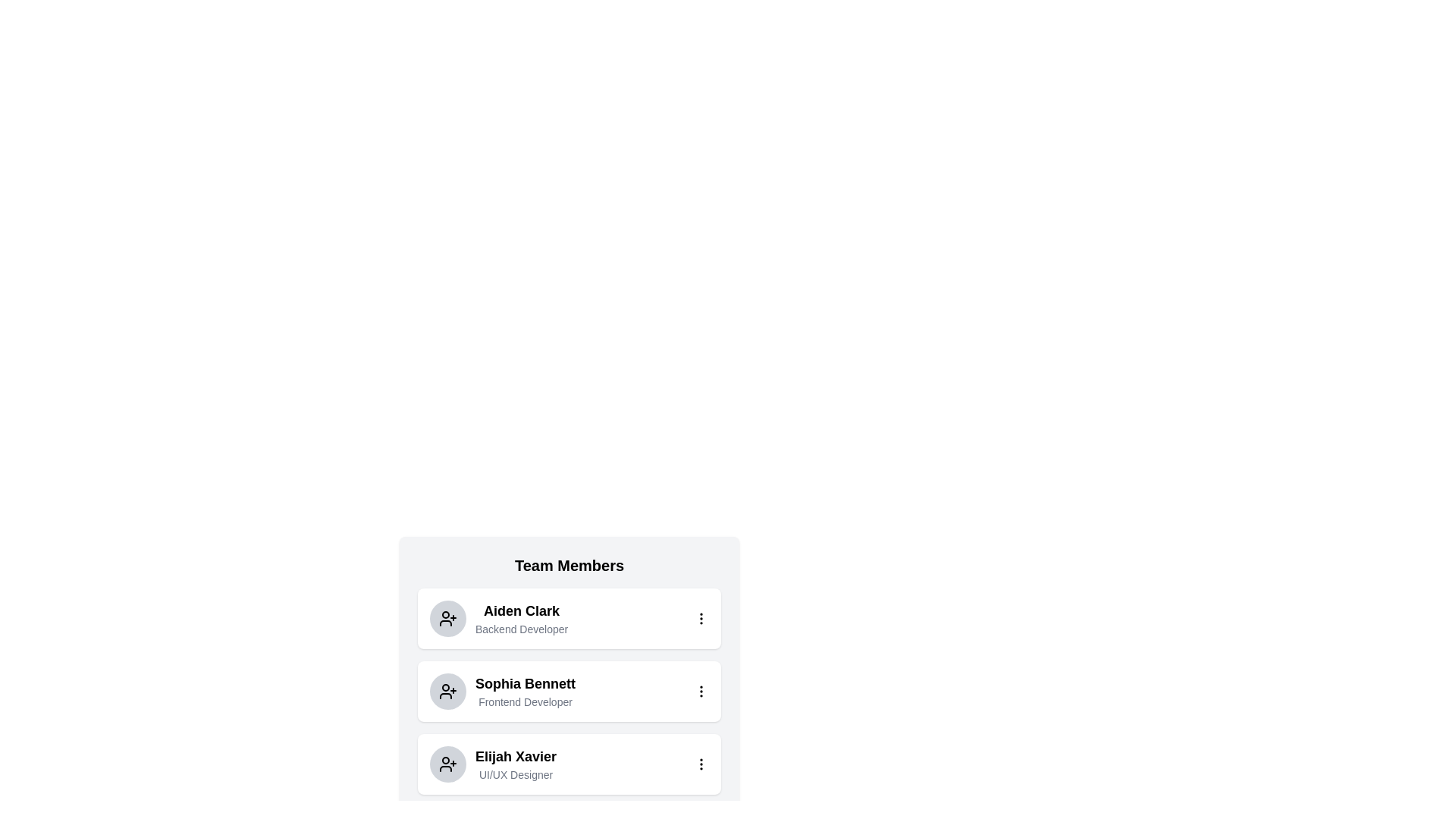  What do you see at coordinates (701, 691) in the screenshot?
I see `the menu icon button located at the top-right corner of the card labeled 'Sophia Bennett - Frontend Developer'` at bounding box center [701, 691].